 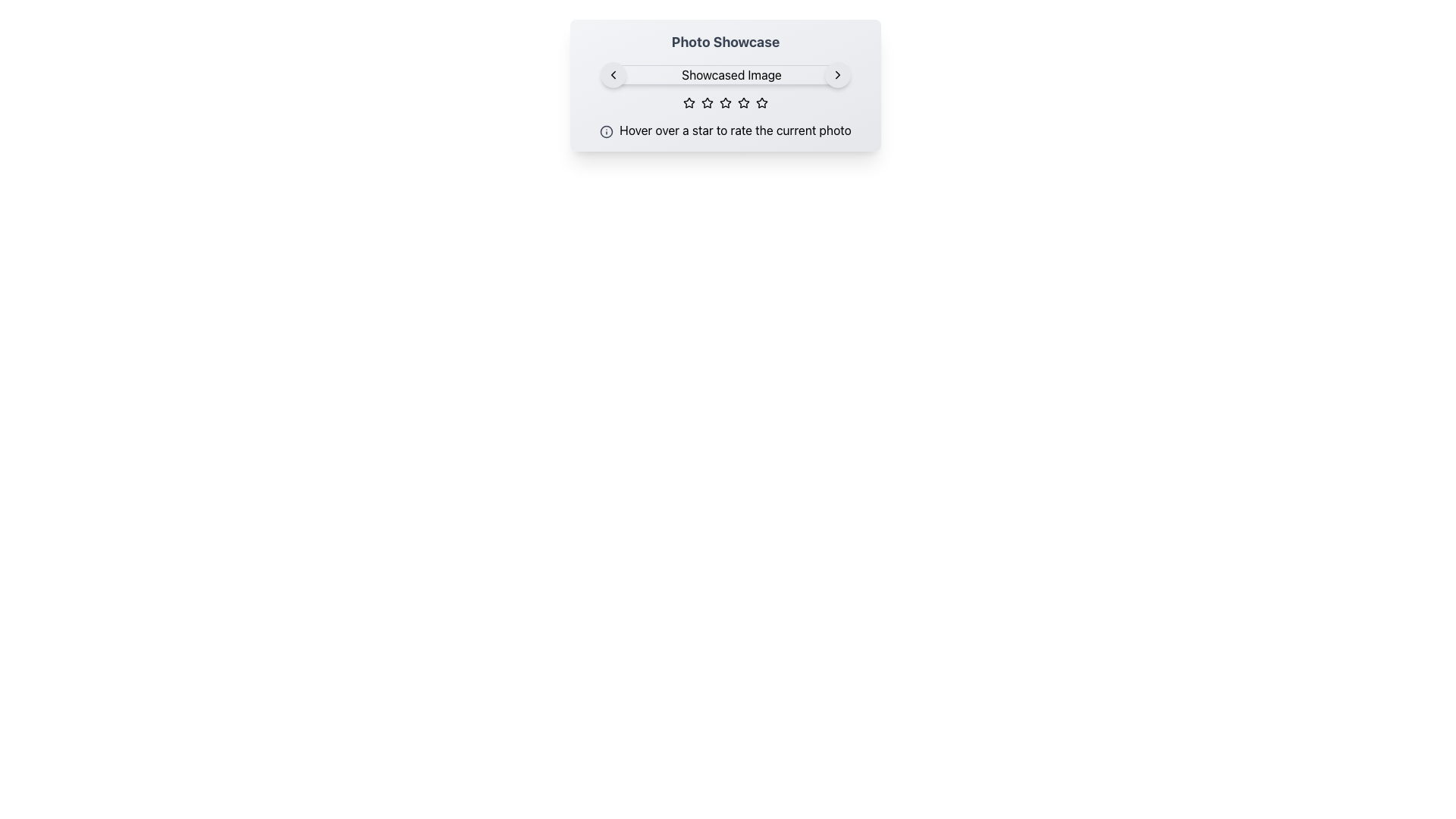 What do you see at coordinates (836, 75) in the screenshot?
I see `the right-pointing chevron navigation button located in the top-right section of the navigation bar` at bounding box center [836, 75].